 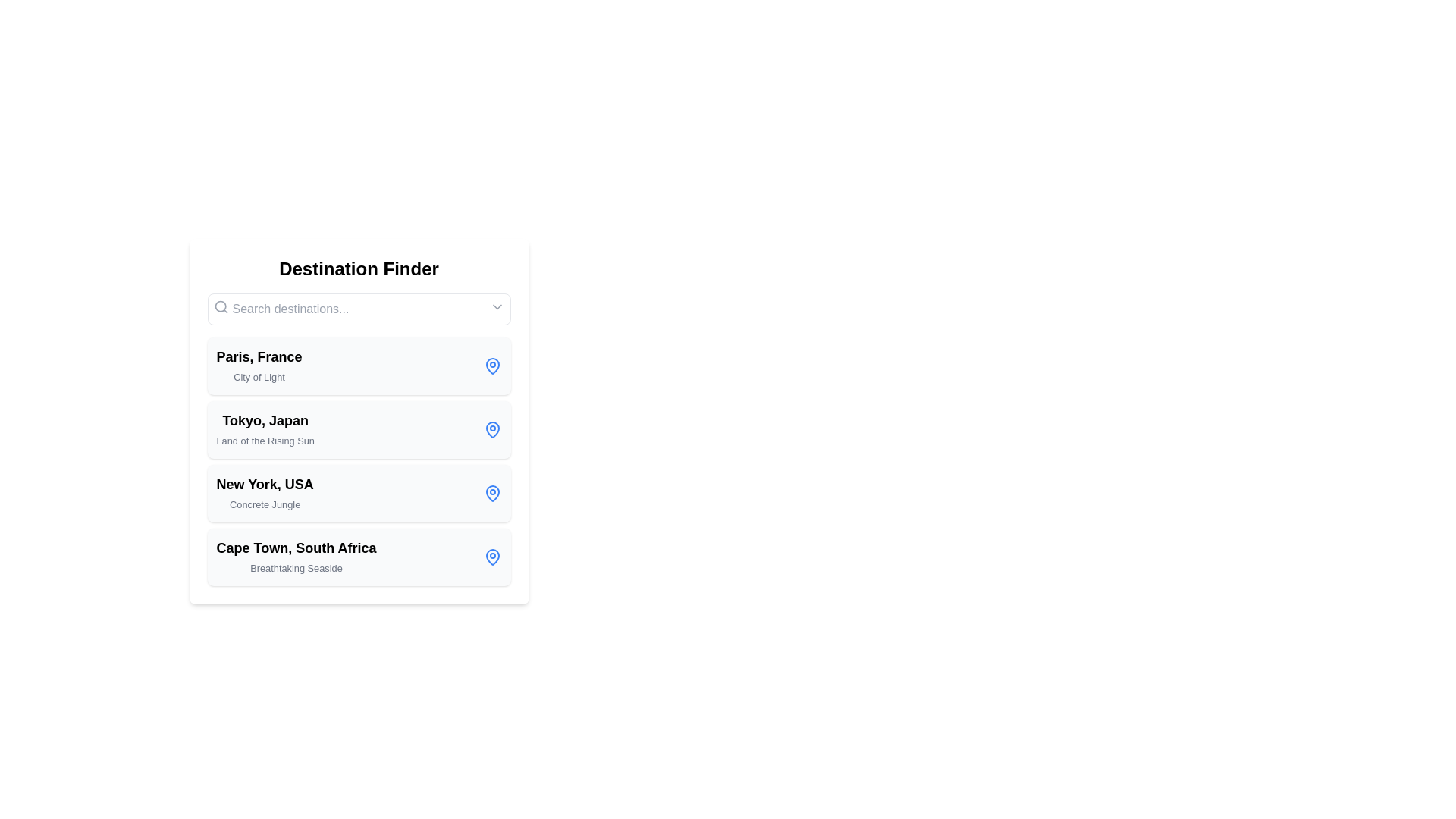 What do you see at coordinates (492, 494) in the screenshot?
I see `the map pin icon representing the destination 'New York, USA' in the 'Destination Finder' section` at bounding box center [492, 494].